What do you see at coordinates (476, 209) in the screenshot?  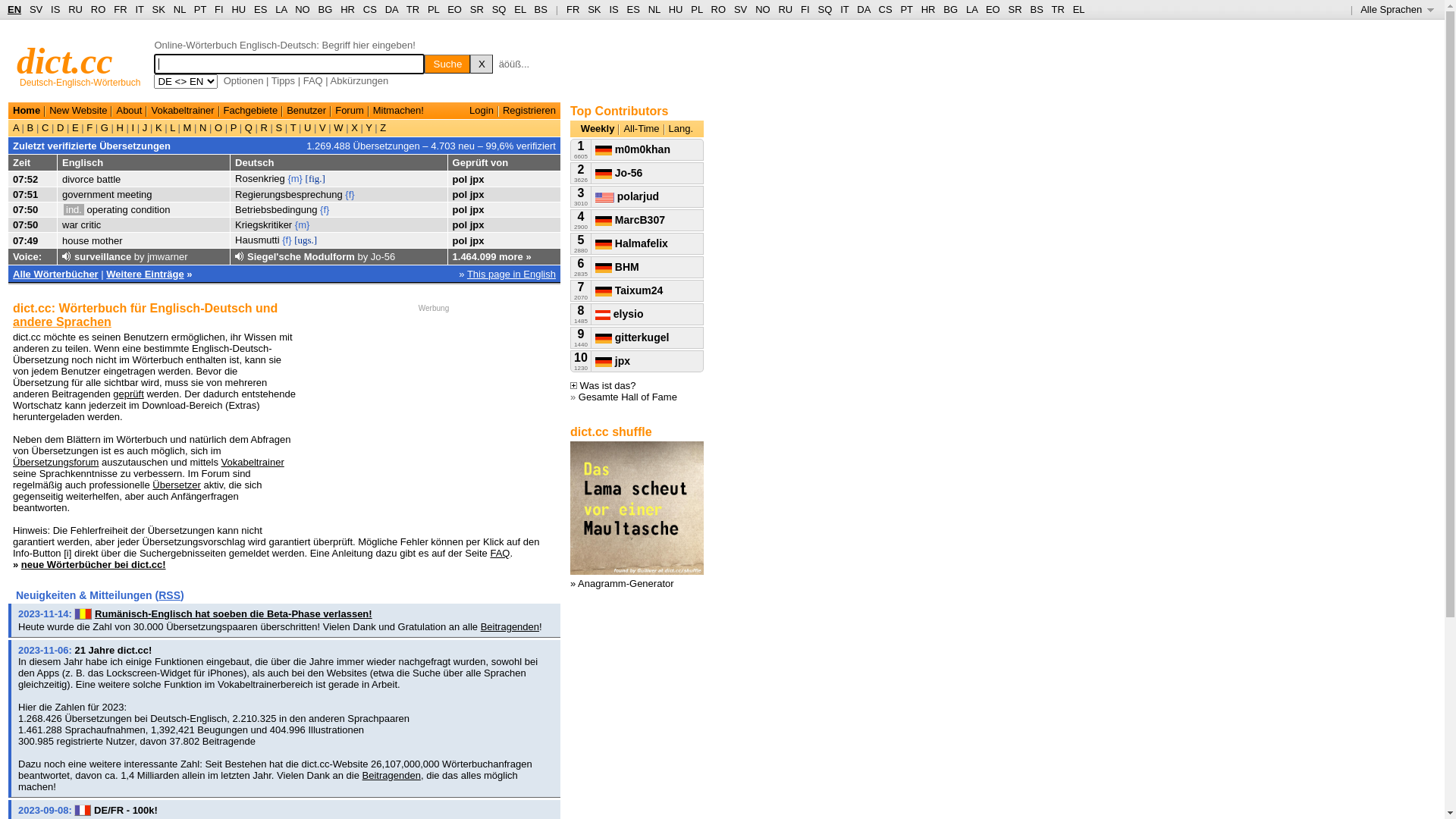 I see `'jpx'` at bounding box center [476, 209].